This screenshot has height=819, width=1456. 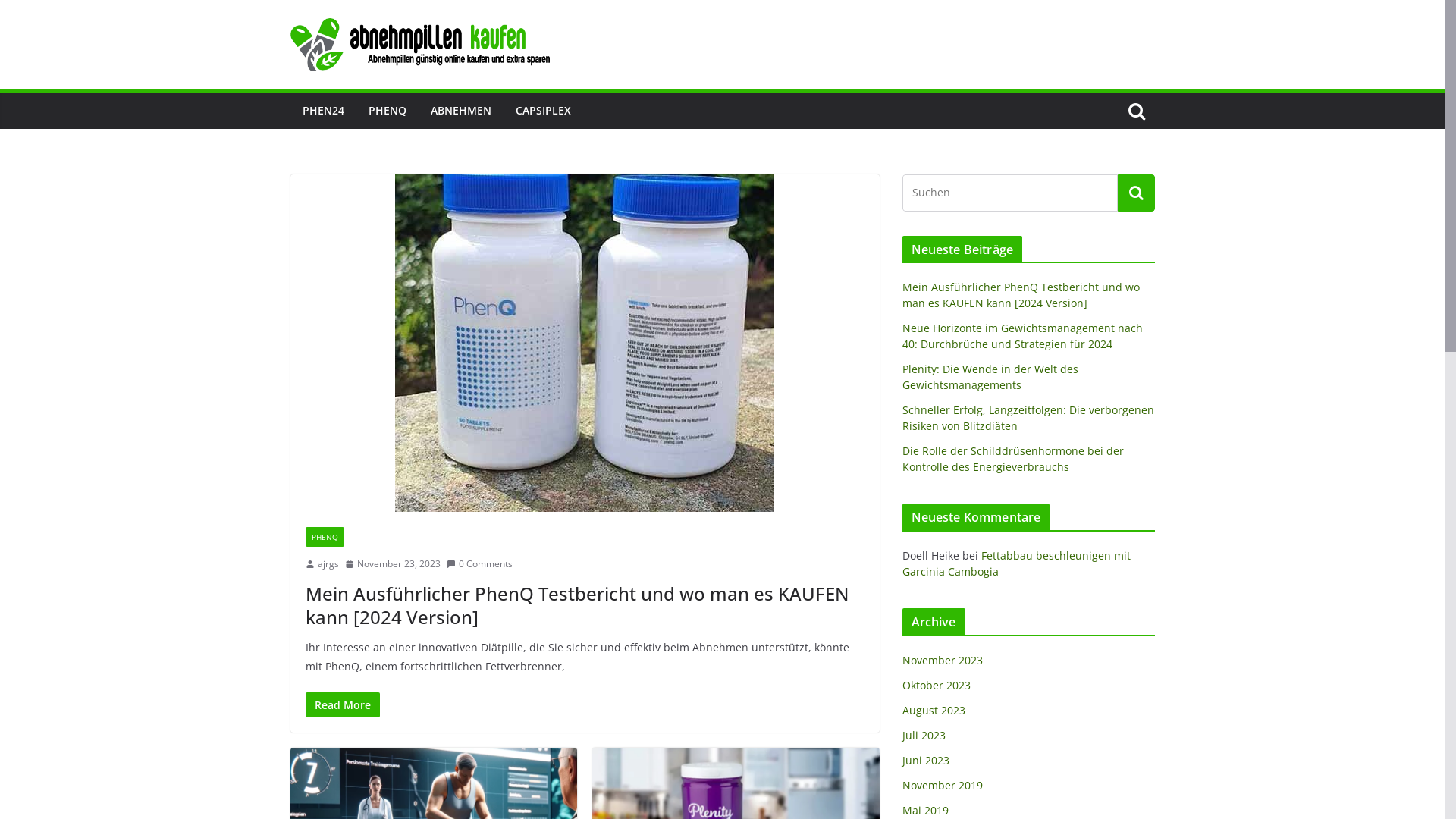 I want to click on 'Juni 2023', so click(x=924, y=760).